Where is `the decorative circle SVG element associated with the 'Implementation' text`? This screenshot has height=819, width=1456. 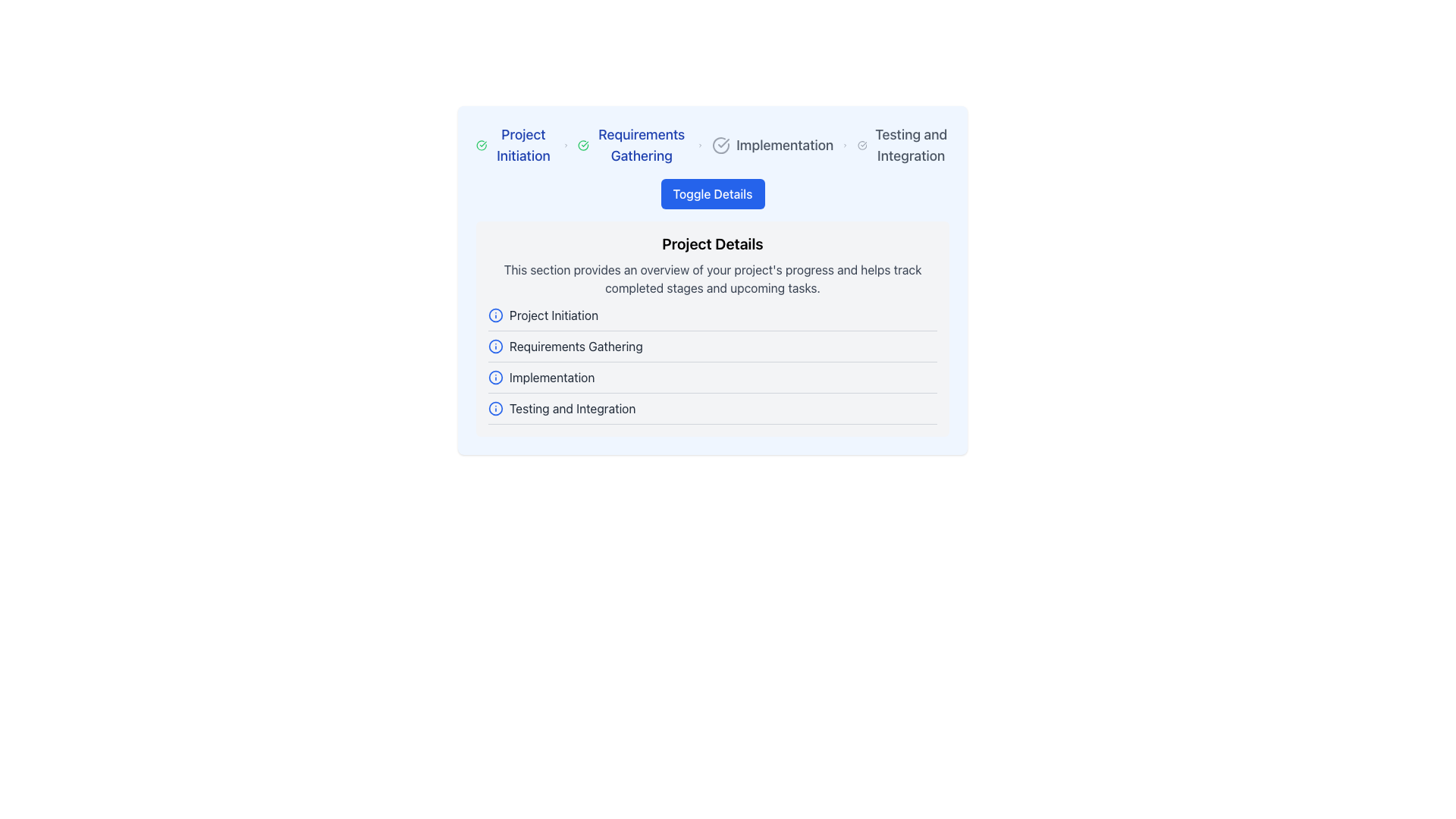
the decorative circle SVG element associated with the 'Implementation' text is located at coordinates (495, 376).